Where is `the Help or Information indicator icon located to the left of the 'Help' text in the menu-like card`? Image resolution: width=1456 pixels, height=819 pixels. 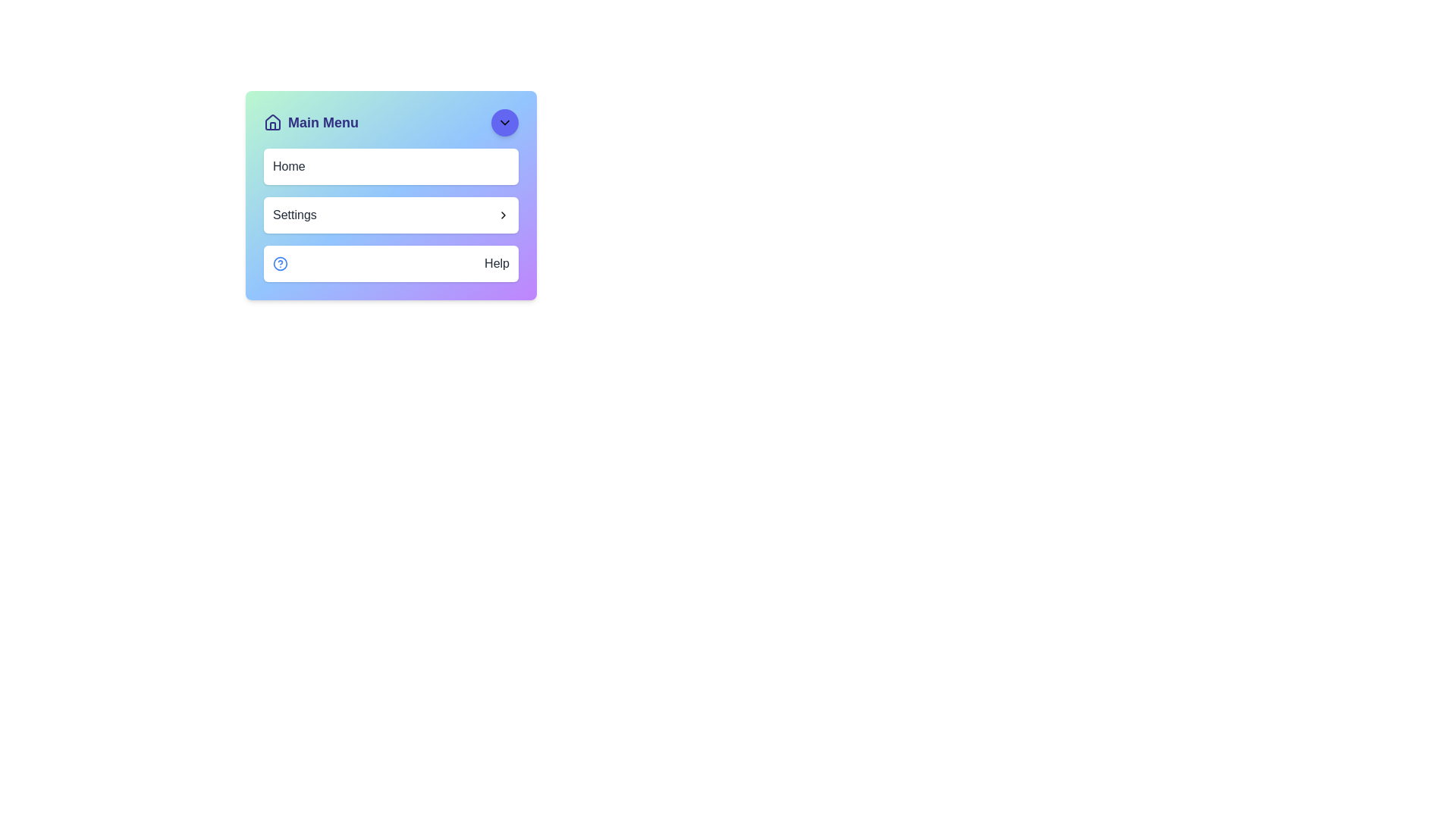 the Help or Information indicator icon located to the left of the 'Help' text in the menu-like card is located at coordinates (280, 262).